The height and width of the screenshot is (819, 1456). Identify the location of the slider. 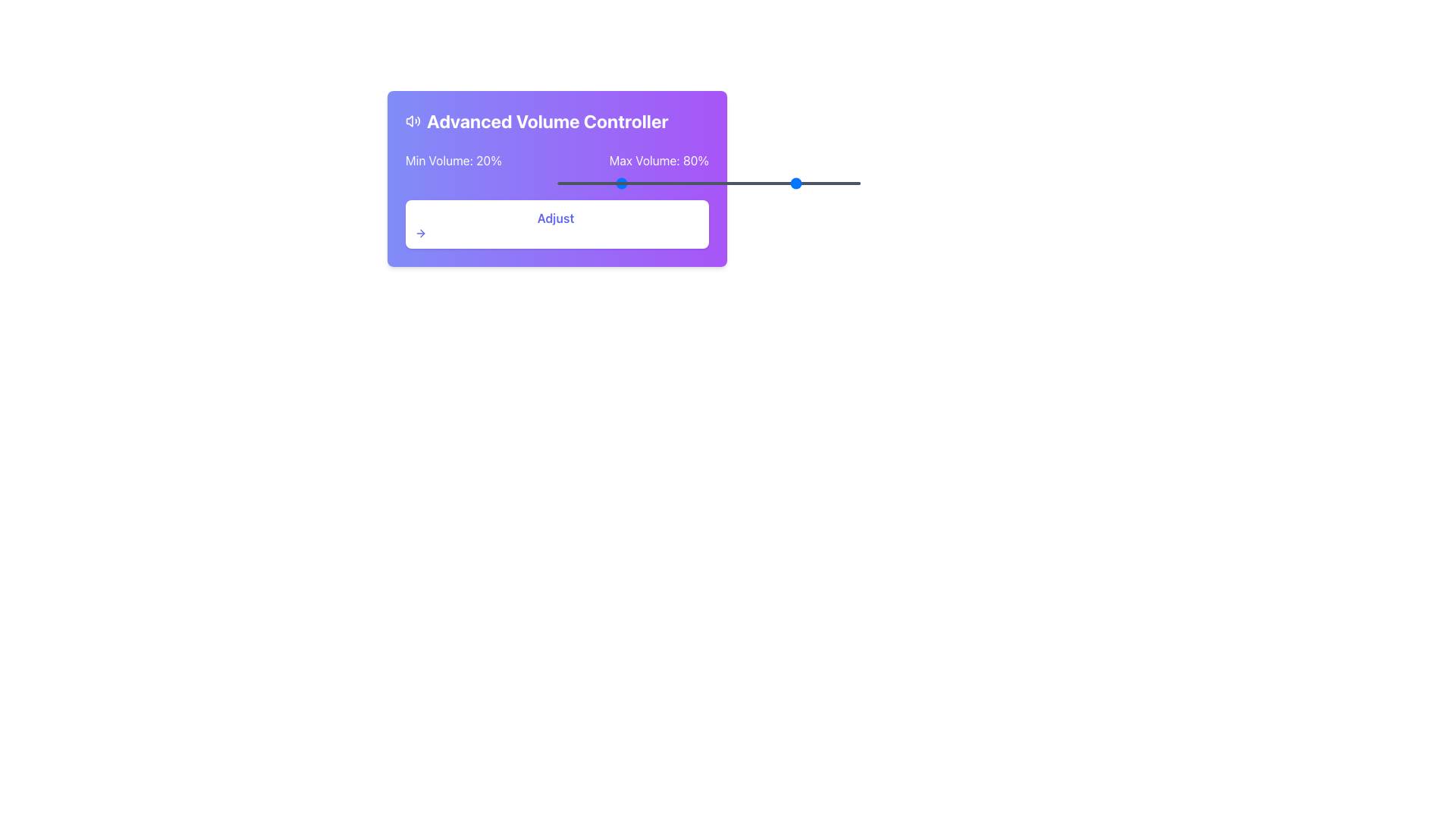
(687, 183).